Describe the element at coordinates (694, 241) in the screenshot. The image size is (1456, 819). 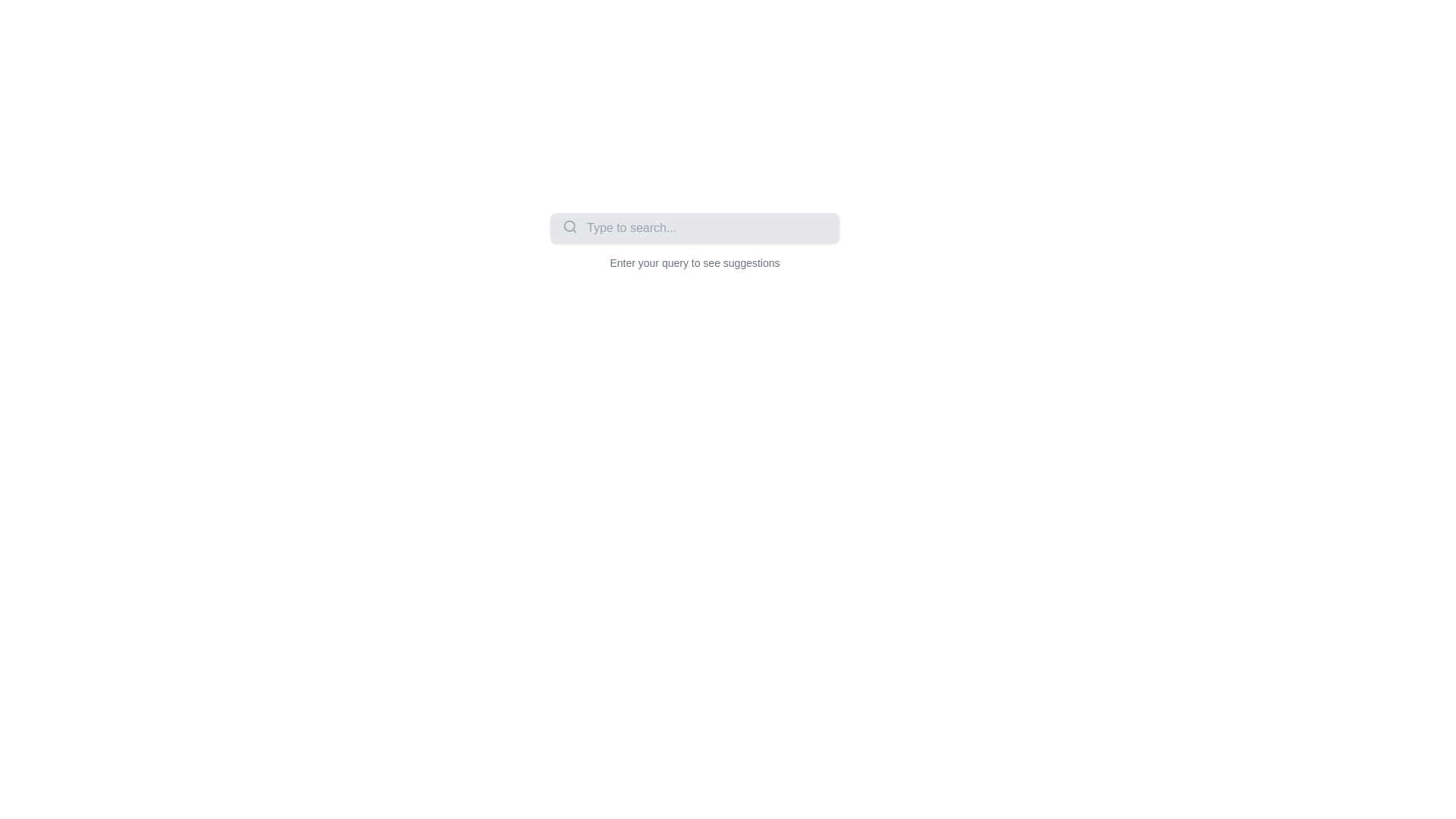
I see `the search icon in the search bar that has placeholder text 'Type to search...' and descriptive text 'Enter your query` at that location.